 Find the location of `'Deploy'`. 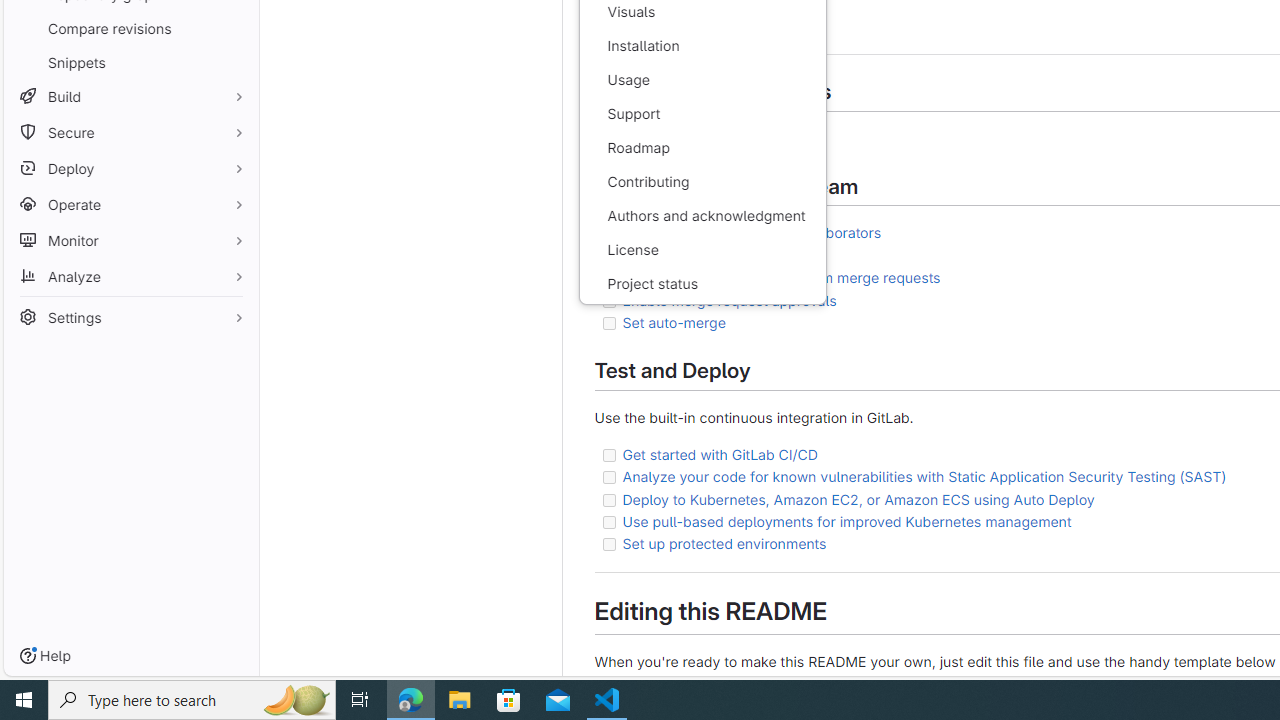

'Deploy' is located at coordinates (130, 167).